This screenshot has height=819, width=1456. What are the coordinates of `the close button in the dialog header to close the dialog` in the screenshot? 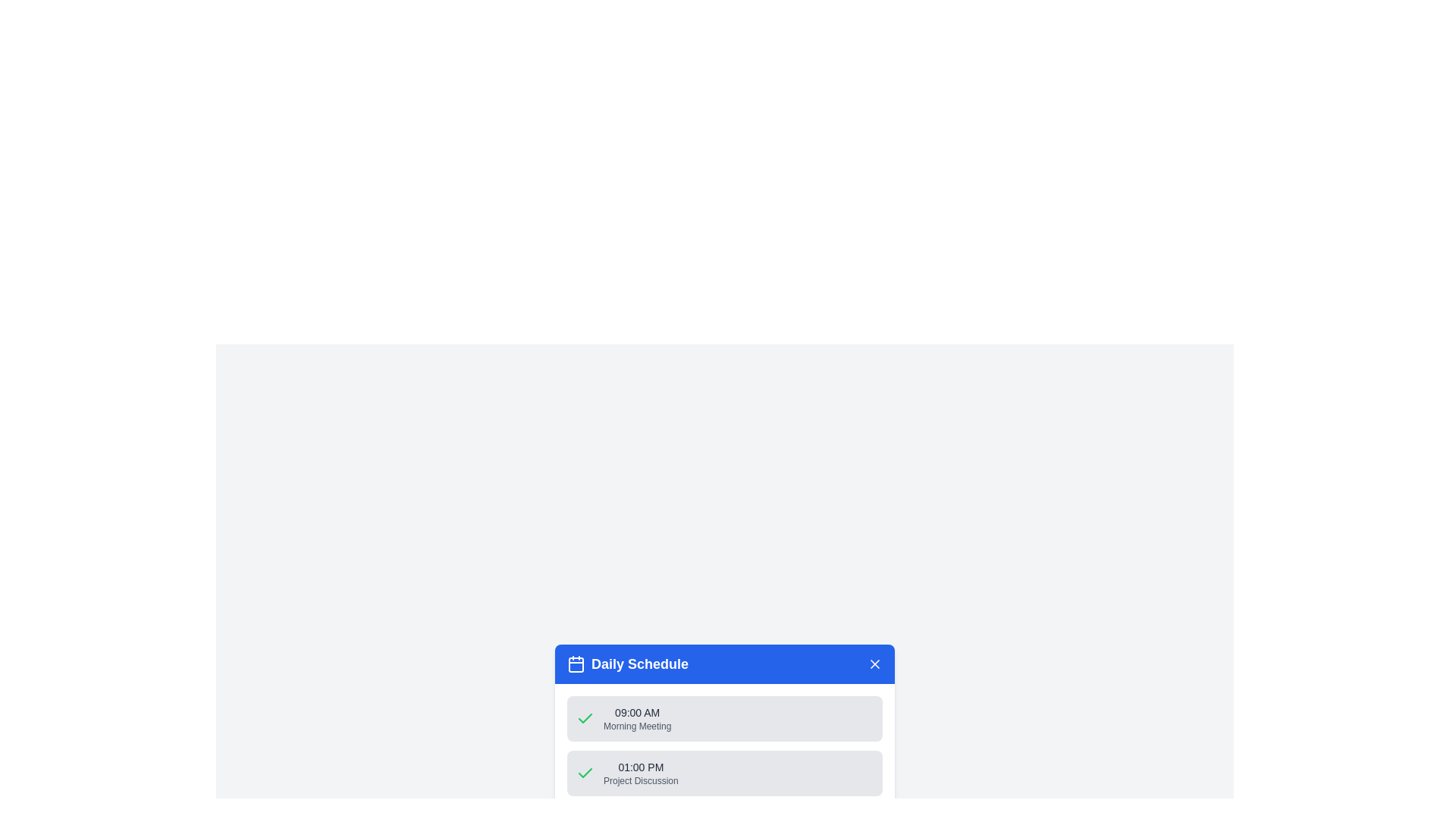 It's located at (874, 663).